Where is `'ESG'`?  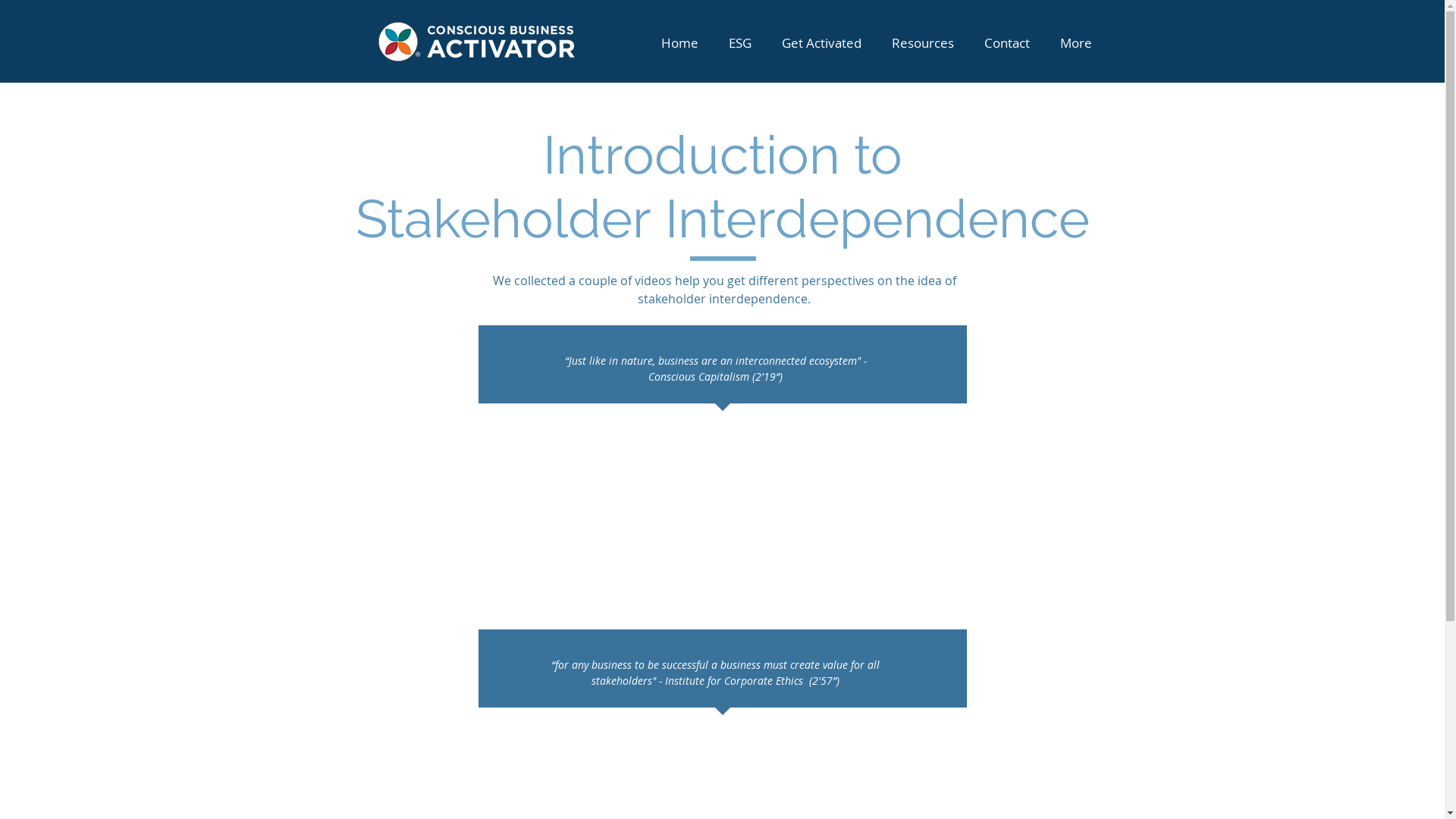 'ESG' is located at coordinates (739, 42).